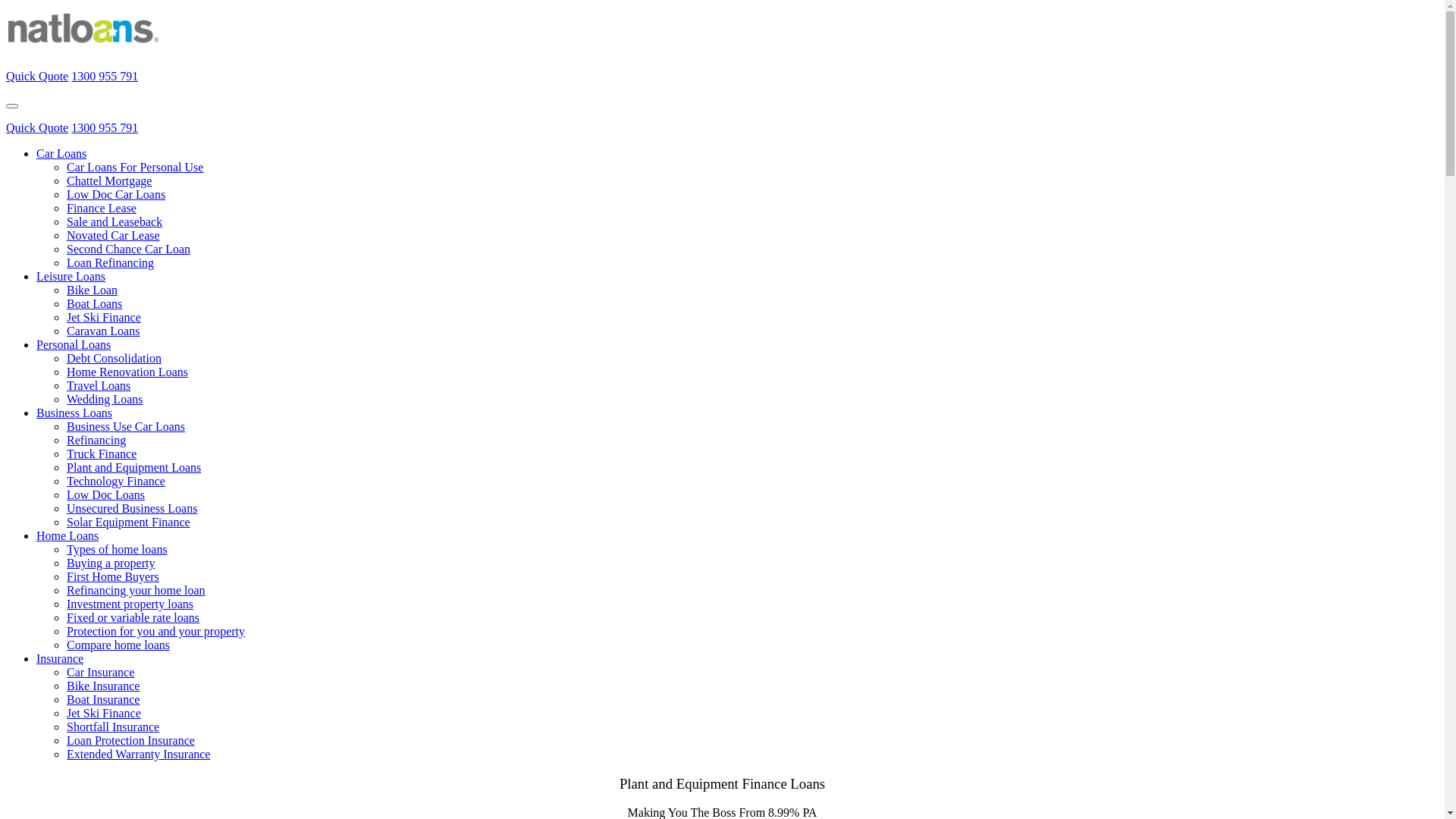 This screenshot has width=1456, height=819. Describe the element at coordinates (118, 645) in the screenshot. I see `'Compare home loans'` at that location.